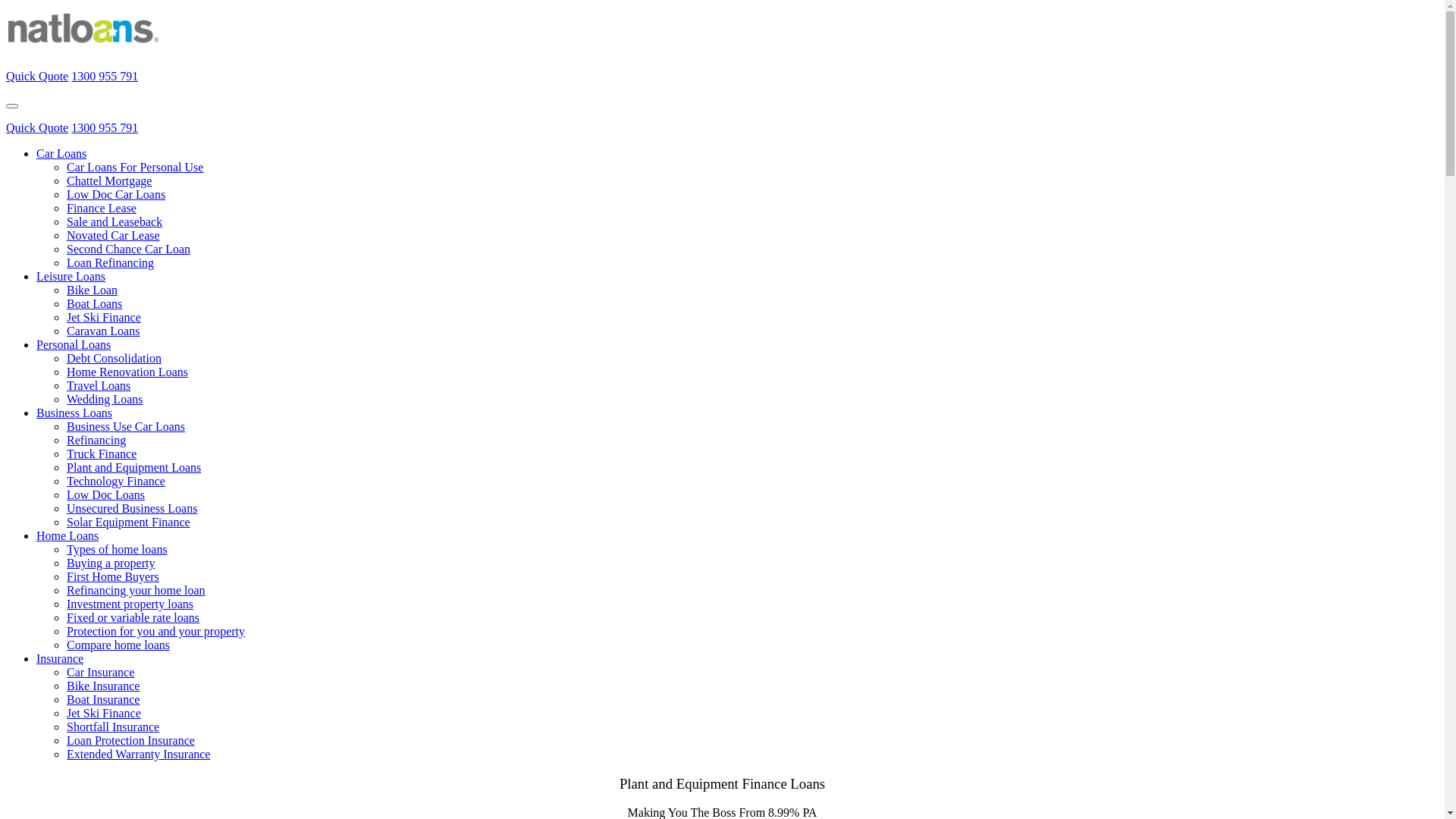 This screenshot has width=1456, height=819. Describe the element at coordinates (118, 645) in the screenshot. I see `'Compare home loans'` at that location.